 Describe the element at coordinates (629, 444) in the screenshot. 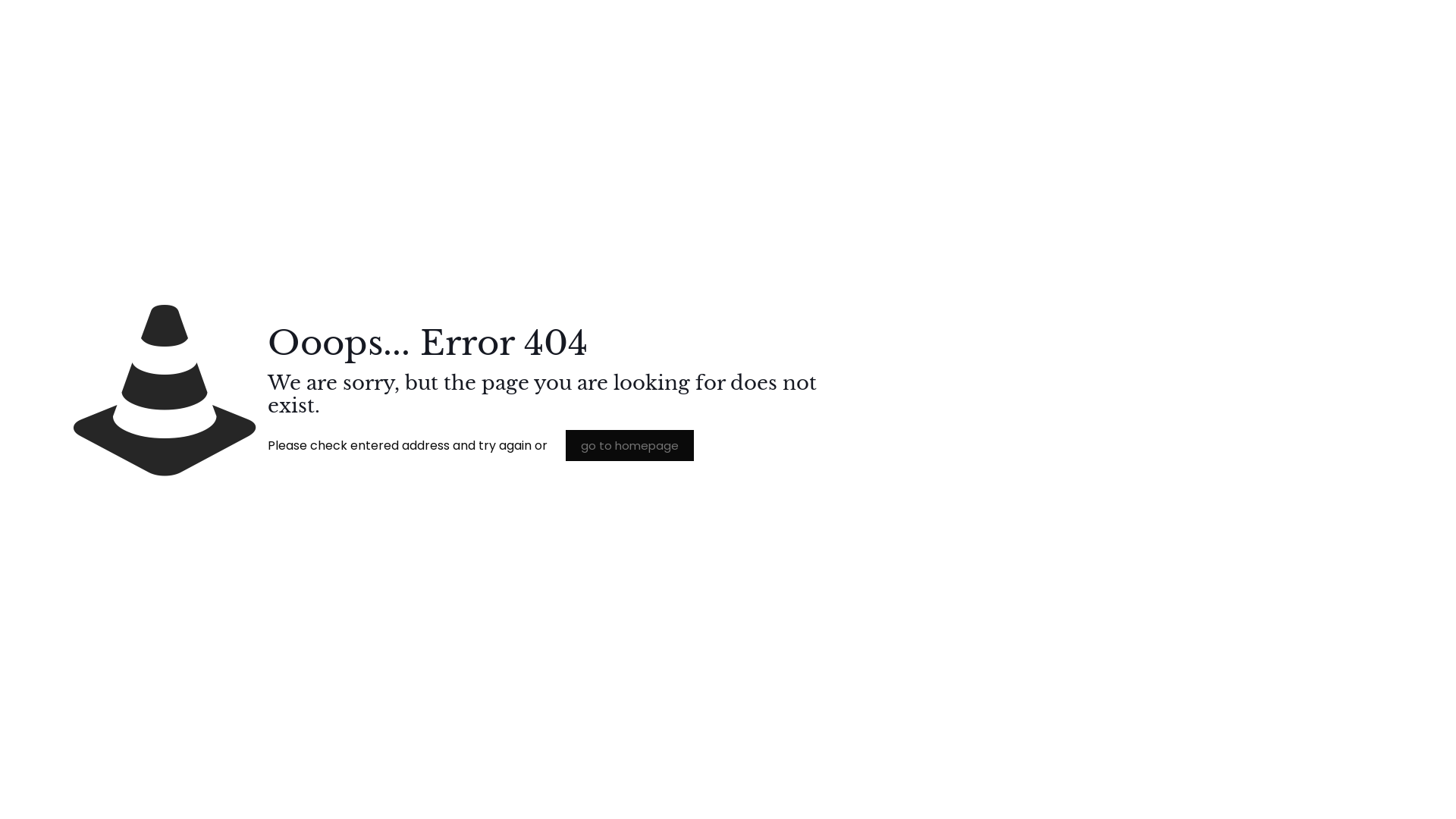

I see `'go to homepage'` at that location.